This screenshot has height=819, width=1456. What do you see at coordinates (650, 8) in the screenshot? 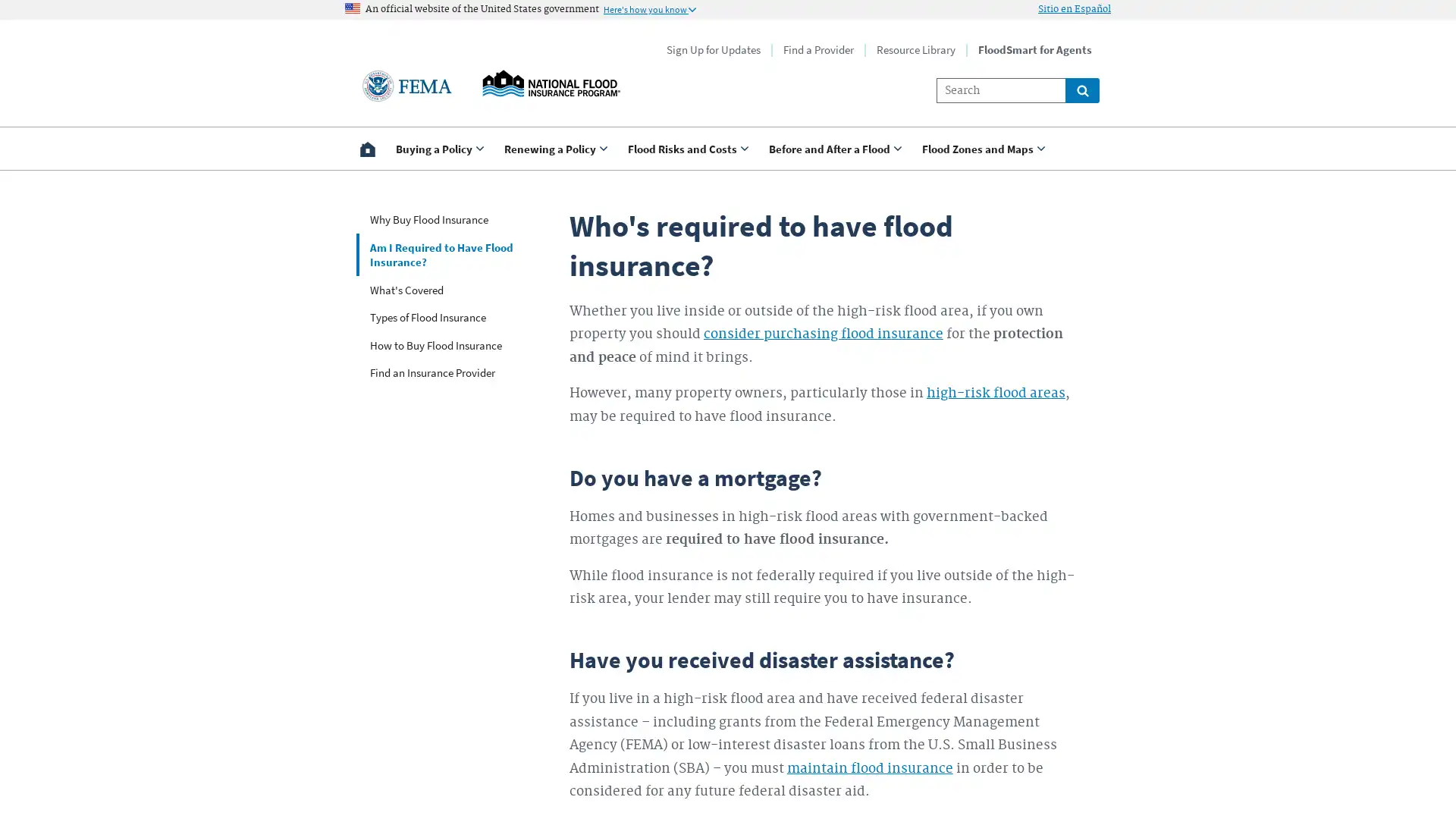
I see `Information to identify secure official US Government websites` at bounding box center [650, 8].